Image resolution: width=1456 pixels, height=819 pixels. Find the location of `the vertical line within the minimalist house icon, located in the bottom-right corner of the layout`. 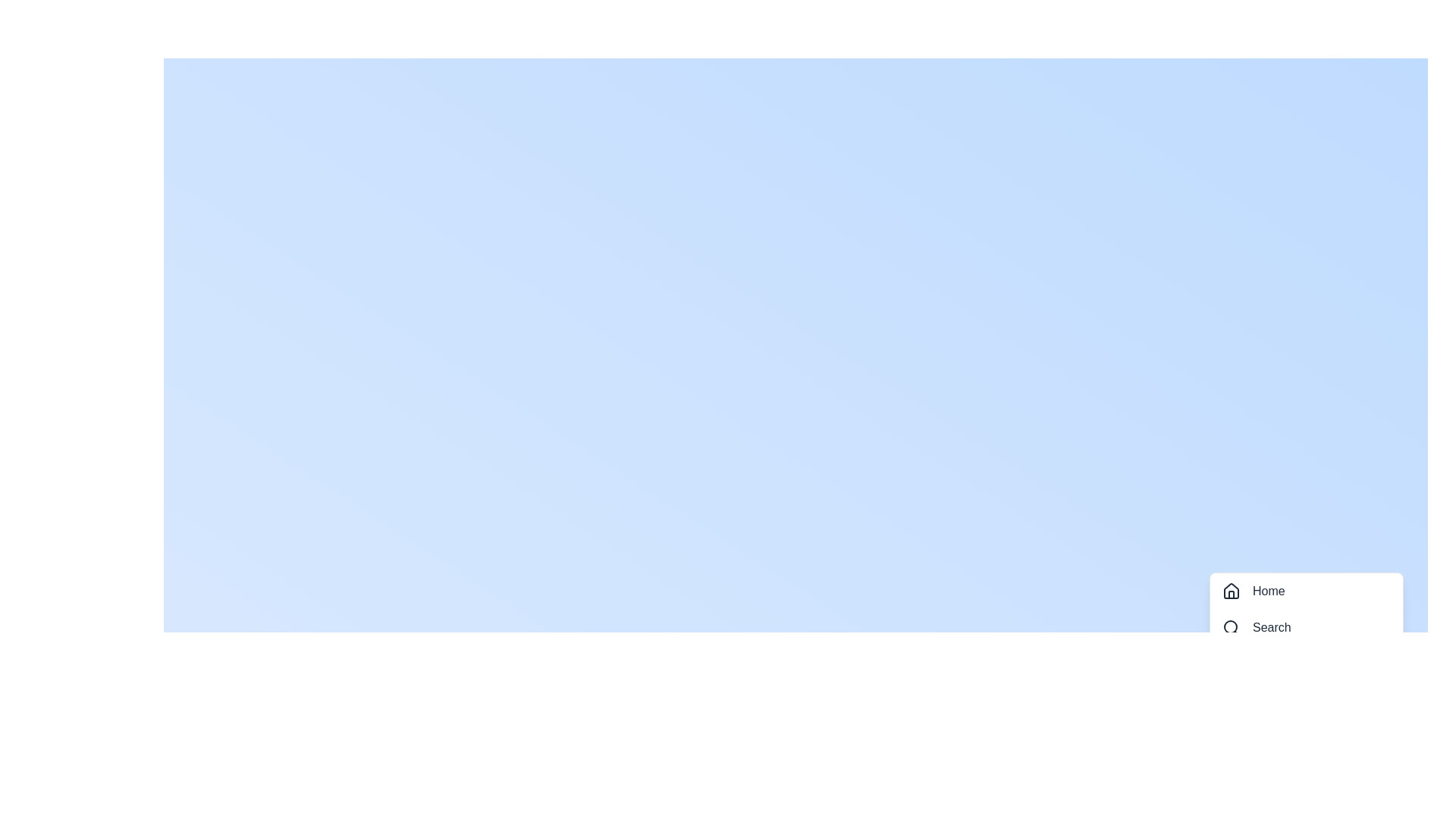

the vertical line within the minimalist house icon, located in the bottom-right corner of the layout is located at coordinates (1231, 594).